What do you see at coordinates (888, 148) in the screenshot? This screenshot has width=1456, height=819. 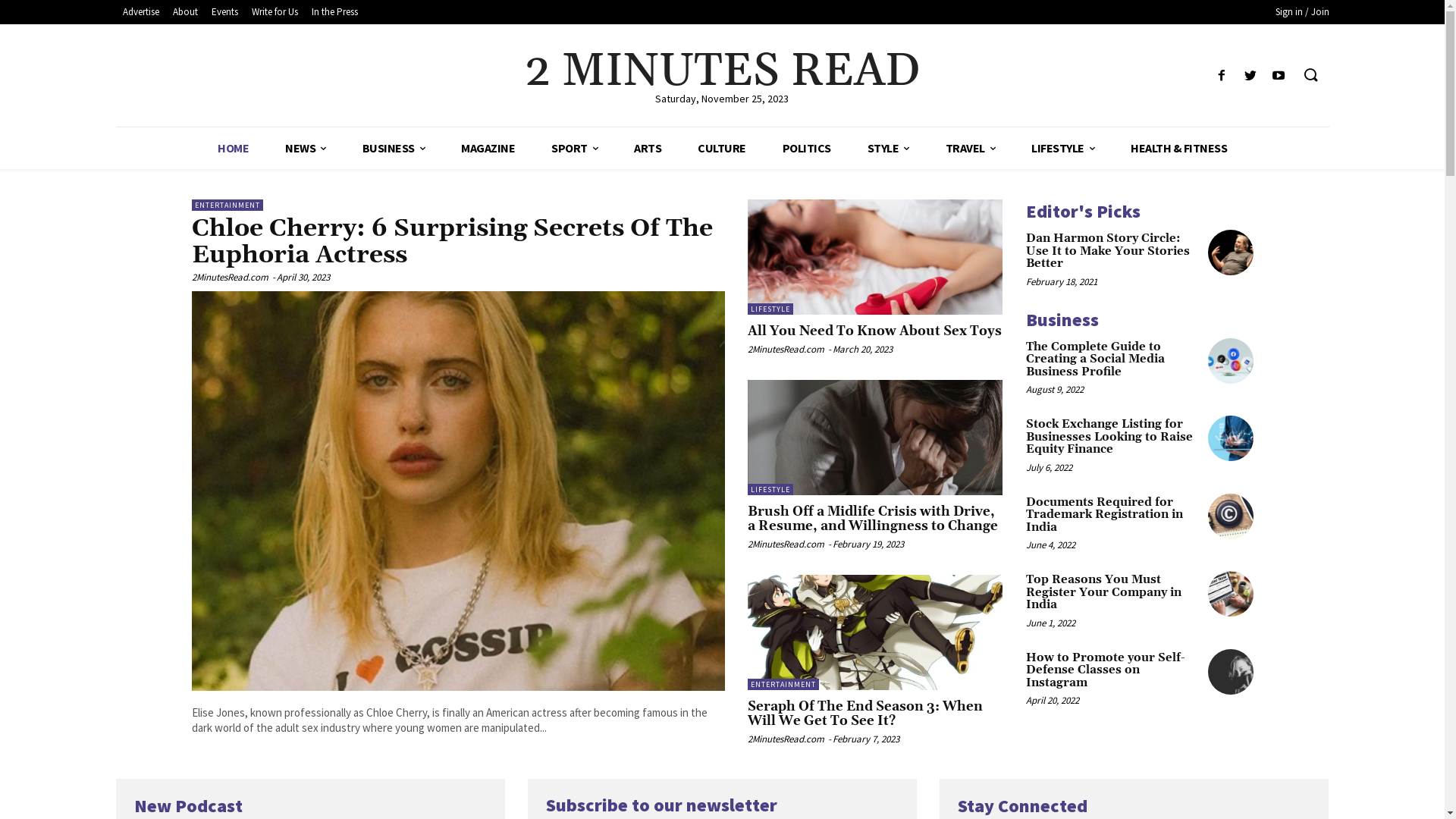 I see `'STYLE'` at bounding box center [888, 148].